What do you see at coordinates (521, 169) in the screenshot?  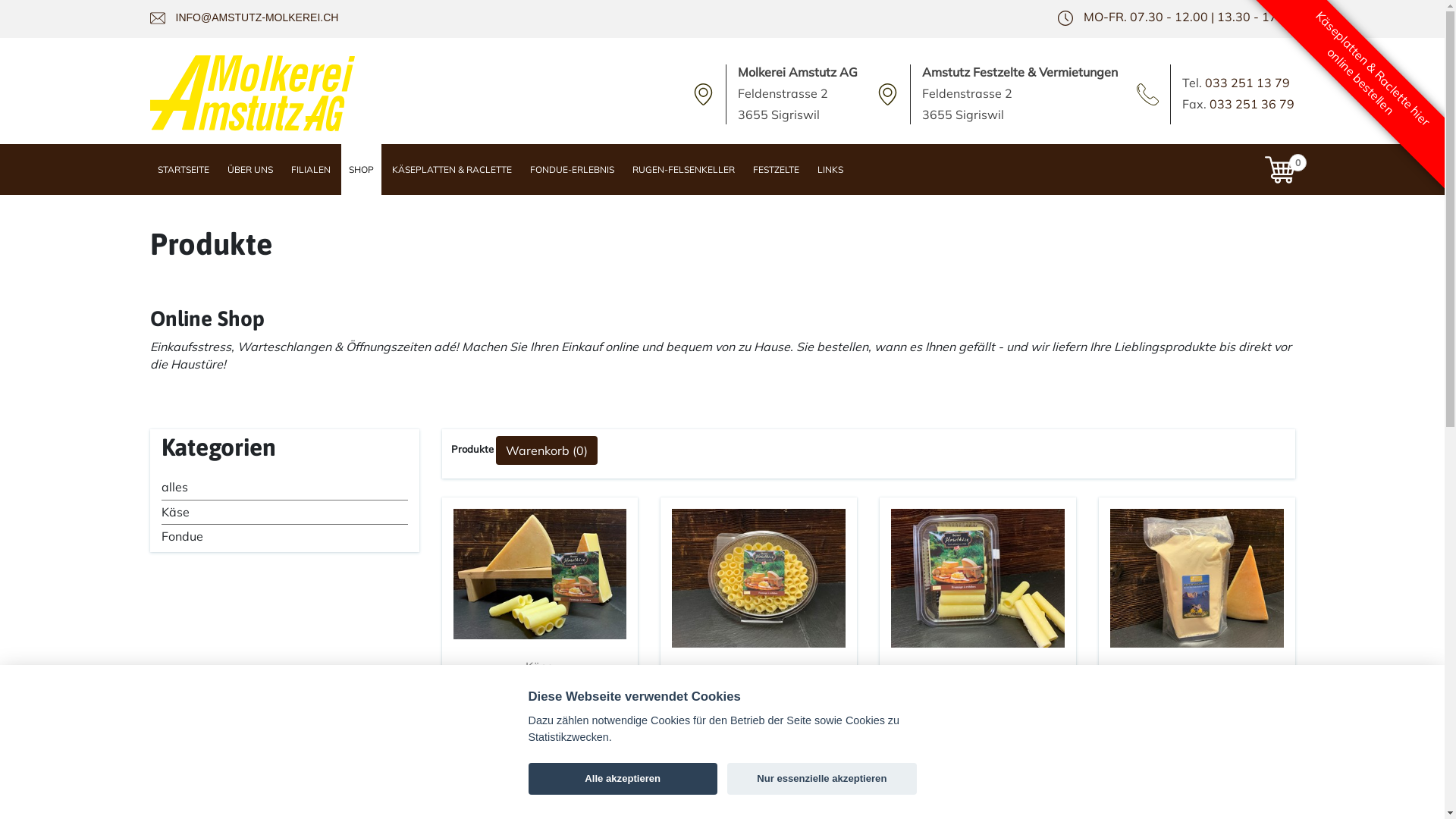 I see `'FONDUE-ERLEBNIS'` at bounding box center [521, 169].